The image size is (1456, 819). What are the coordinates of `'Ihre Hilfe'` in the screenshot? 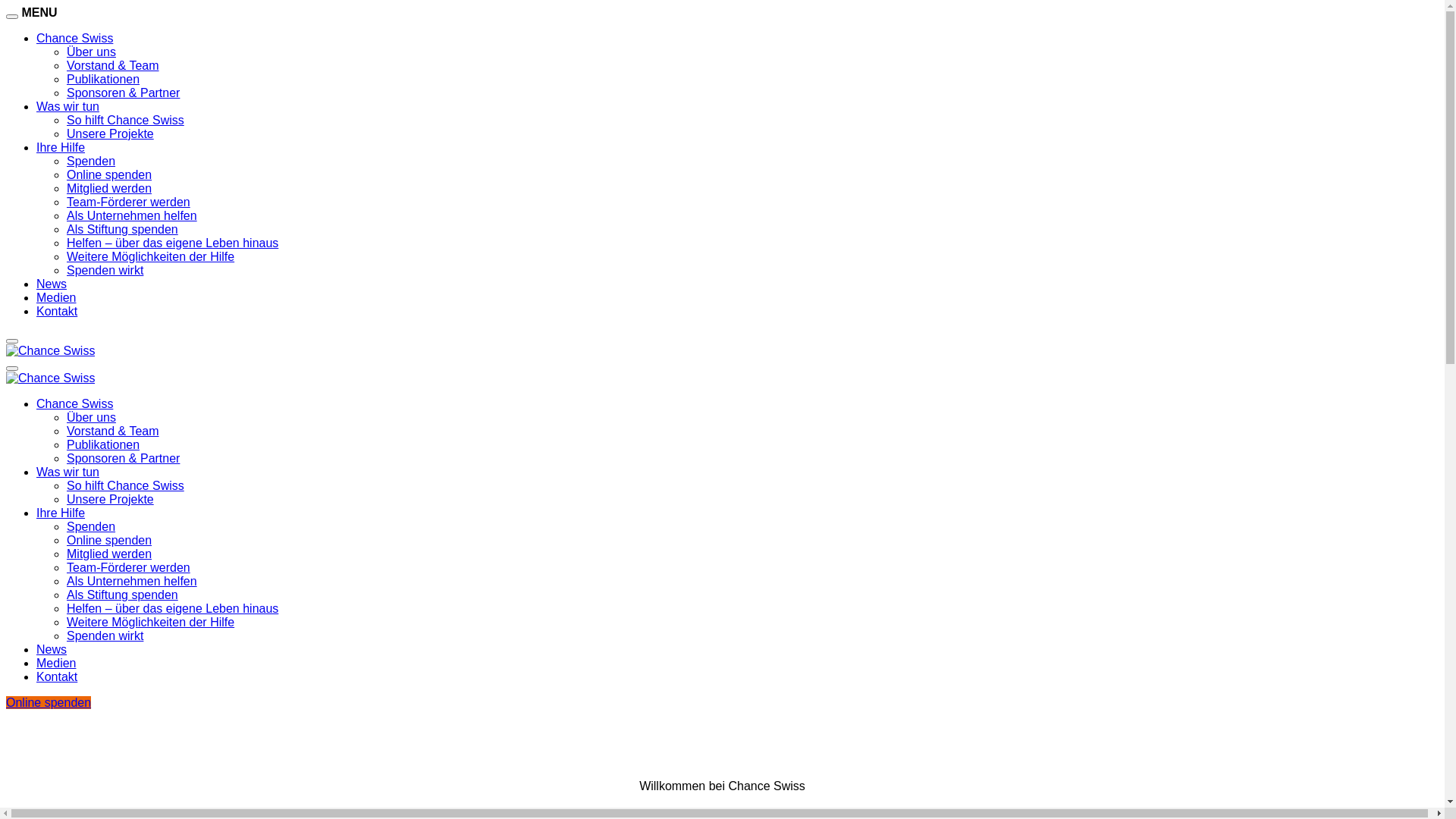 It's located at (61, 512).